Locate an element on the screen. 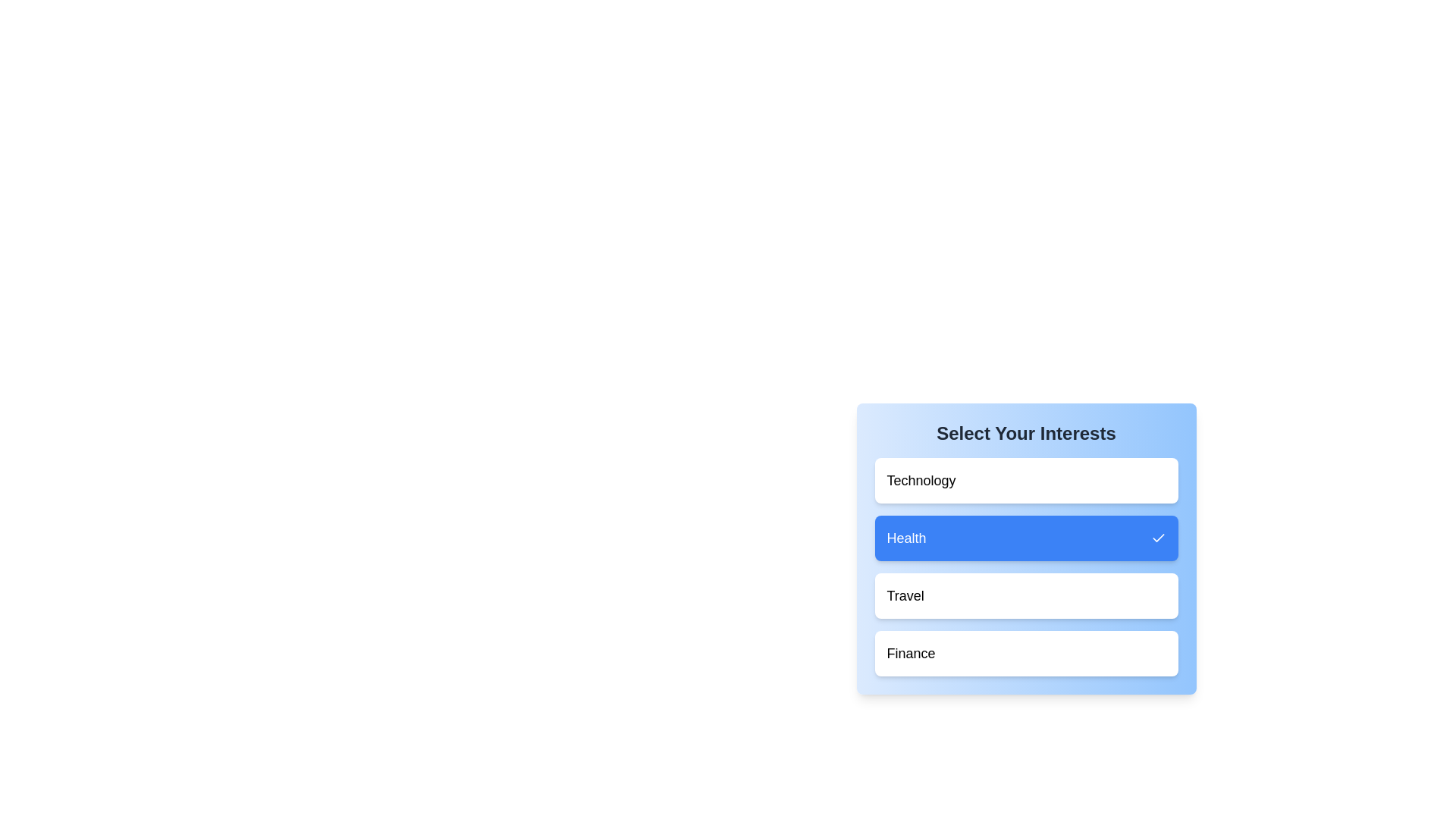 The image size is (1456, 819). the topic Technology to observe its hover effect is located at coordinates (1026, 480).